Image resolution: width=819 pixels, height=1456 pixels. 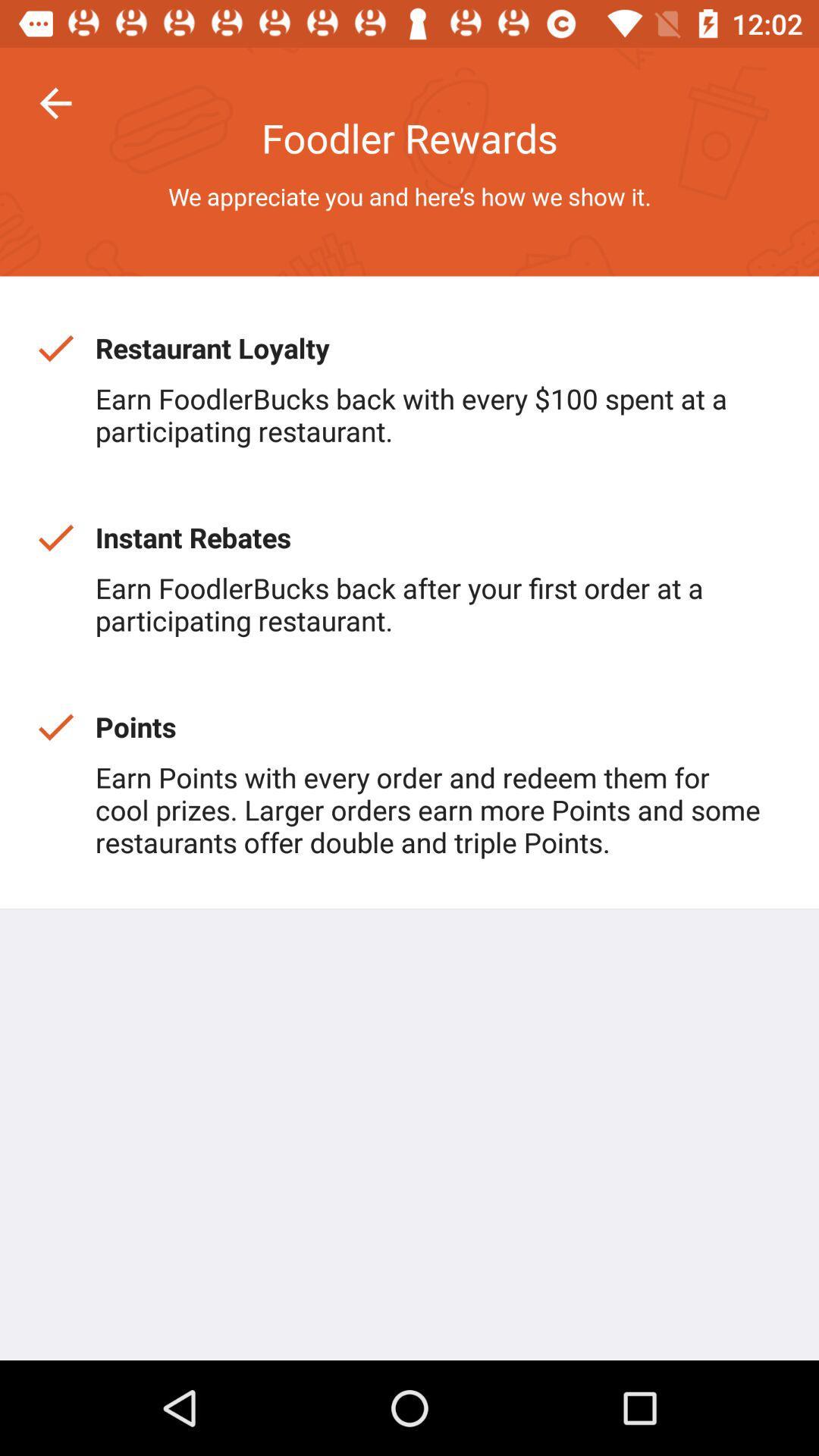 What do you see at coordinates (55, 102) in the screenshot?
I see `icon above the we appreciate you icon` at bounding box center [55, 102].